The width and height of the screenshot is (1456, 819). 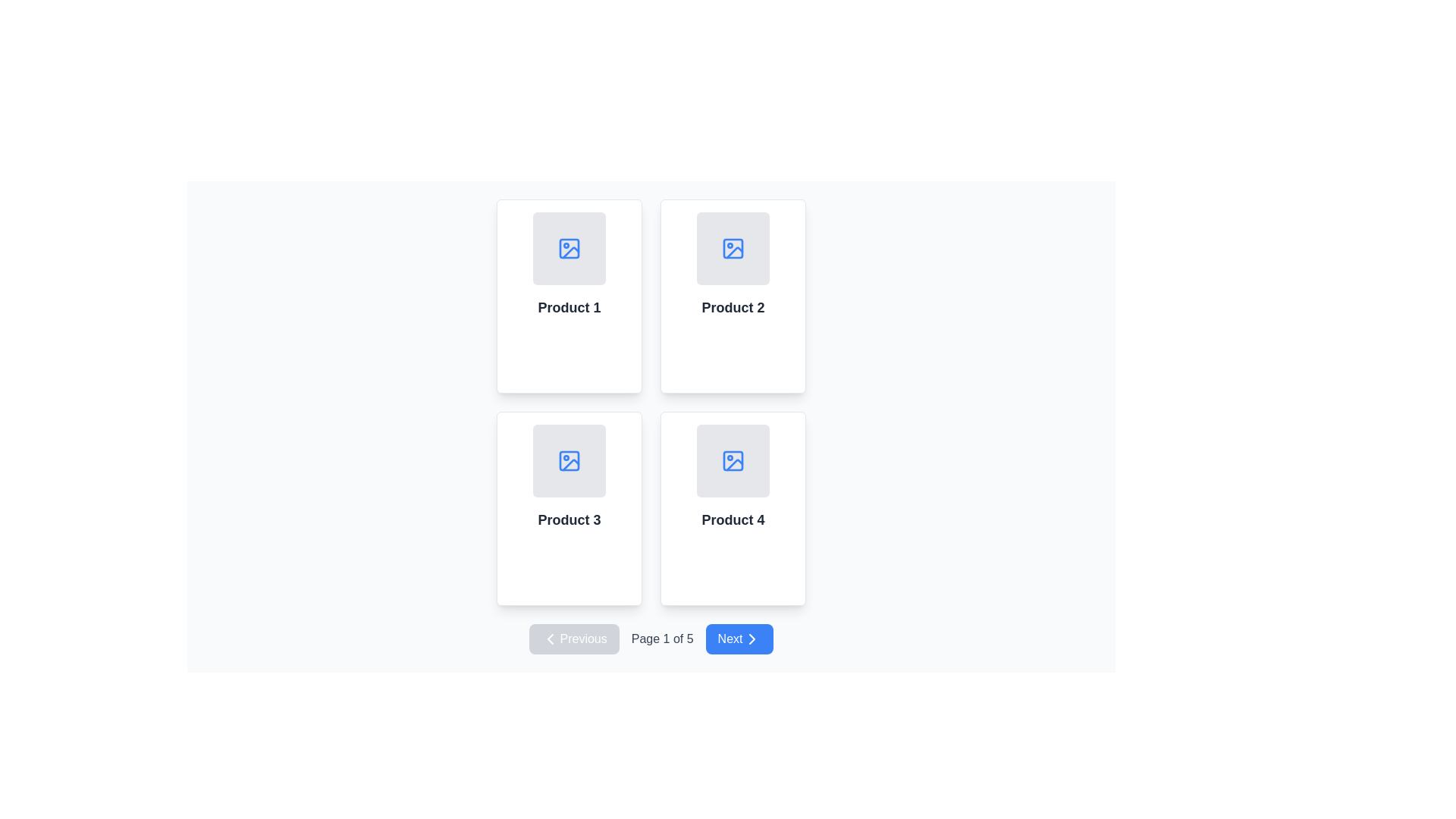 What do you see at coordinates (568, 460) in the screenshot?
I see `the decorative square outline element indicating a missing image in the panel for 'Product 3'` at bounding box center [568, 460].